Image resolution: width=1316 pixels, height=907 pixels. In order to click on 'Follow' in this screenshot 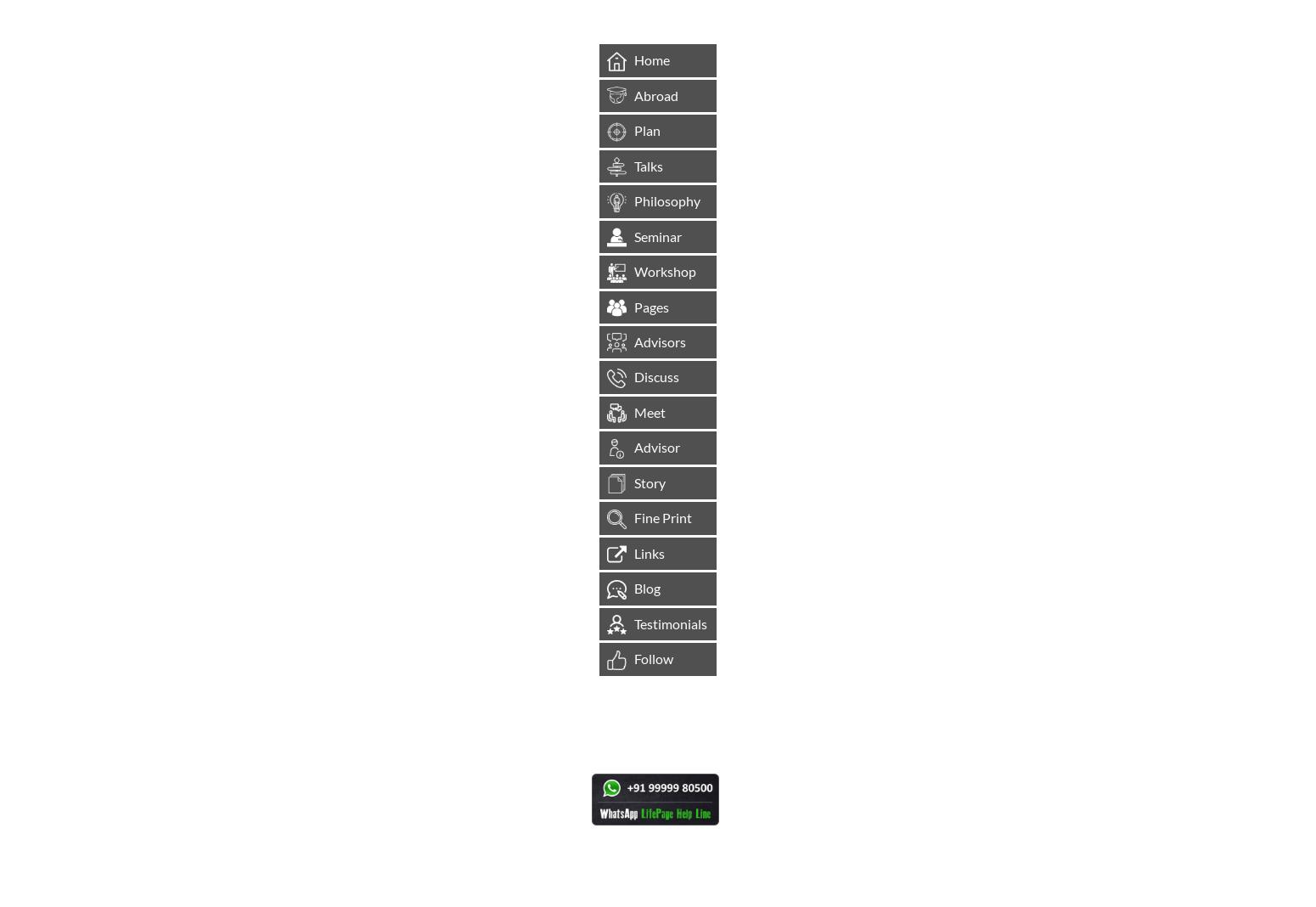, I will do `click(654, 658)`.